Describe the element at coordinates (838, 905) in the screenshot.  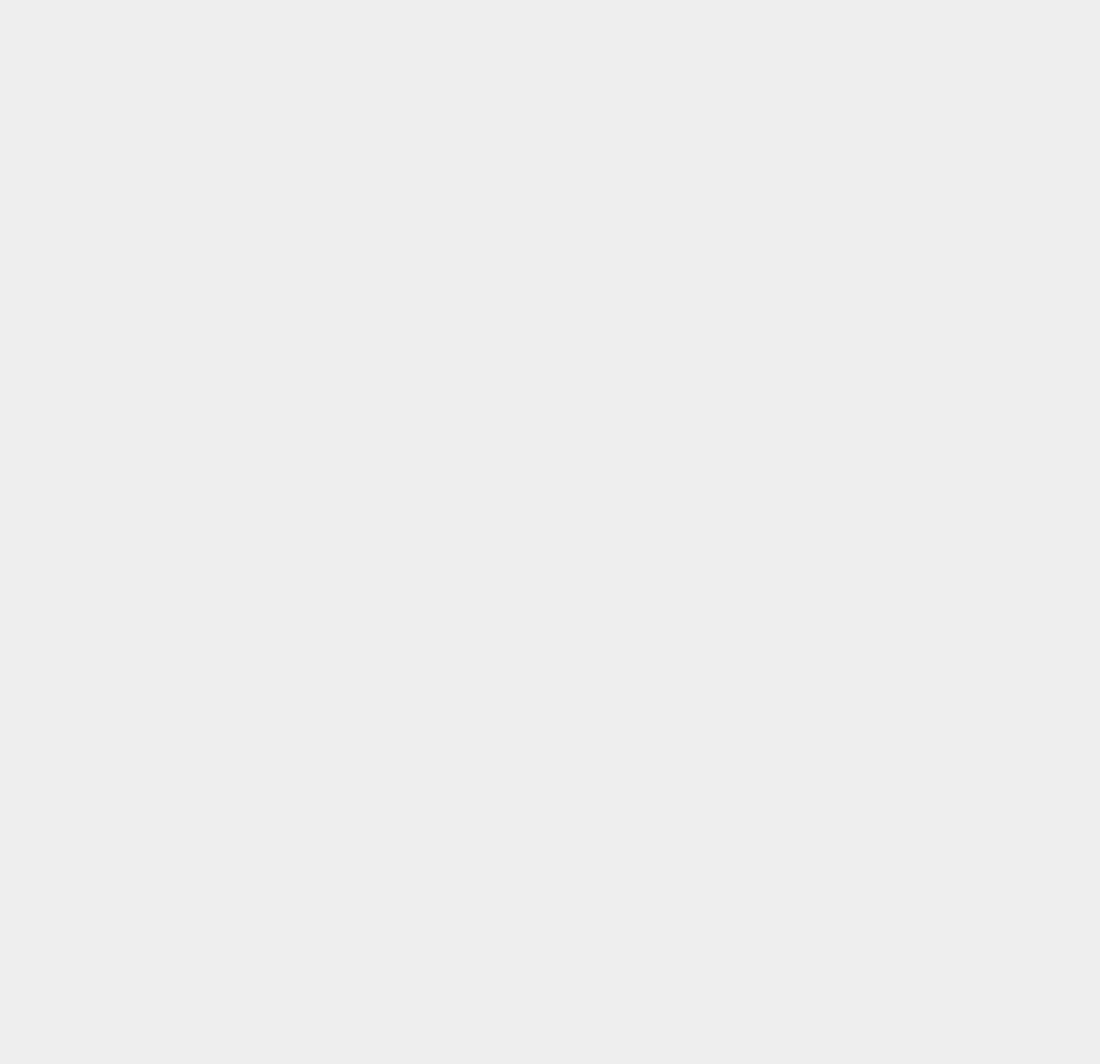
I see `'Android USB Drivers'` at that location.